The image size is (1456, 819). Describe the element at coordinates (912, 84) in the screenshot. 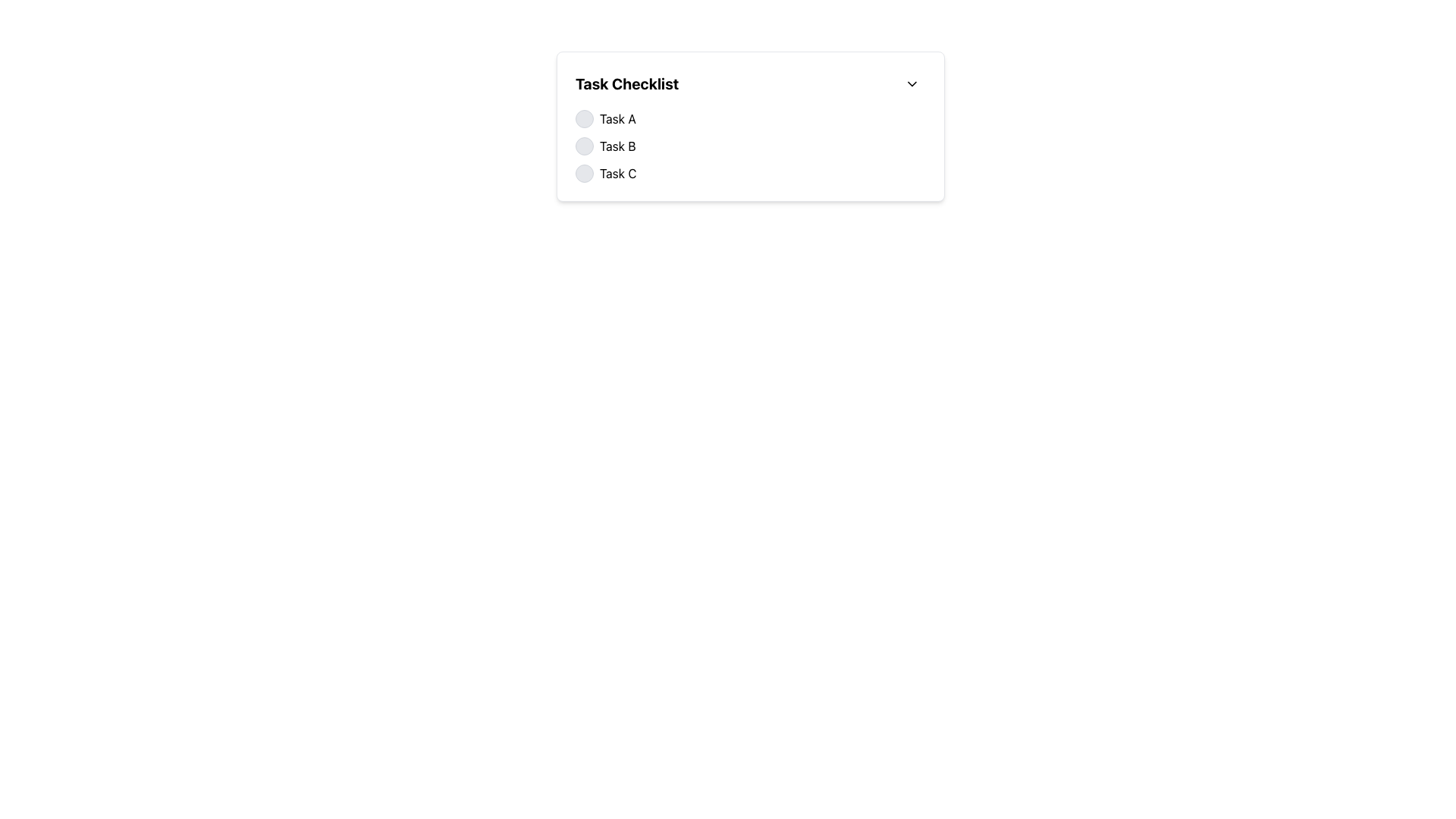

I see `the chevron down icon located in the top-right corner of the task checklist card` at that location.